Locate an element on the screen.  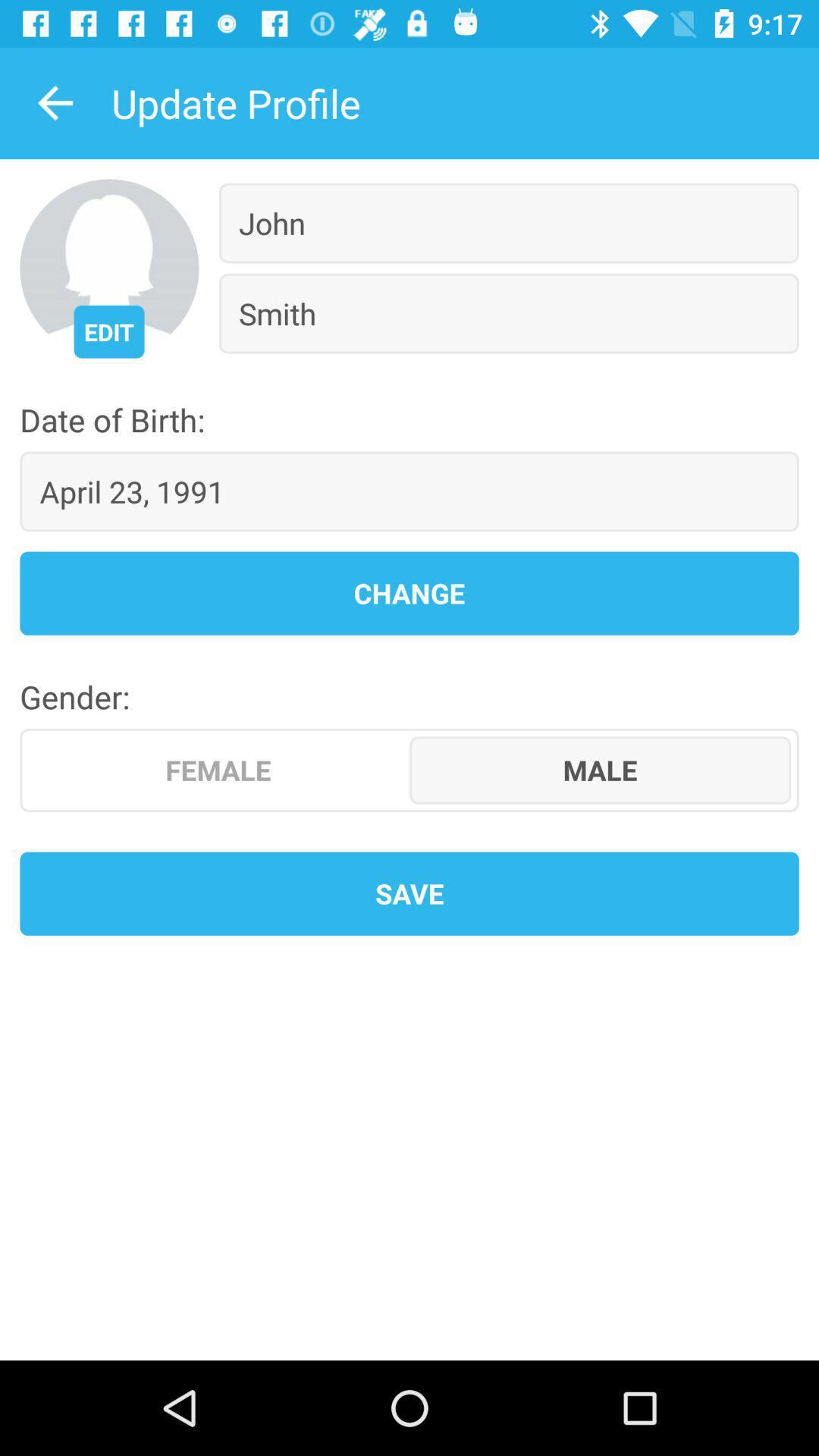
the item next to the smith item is located at coordinates (108, 331).